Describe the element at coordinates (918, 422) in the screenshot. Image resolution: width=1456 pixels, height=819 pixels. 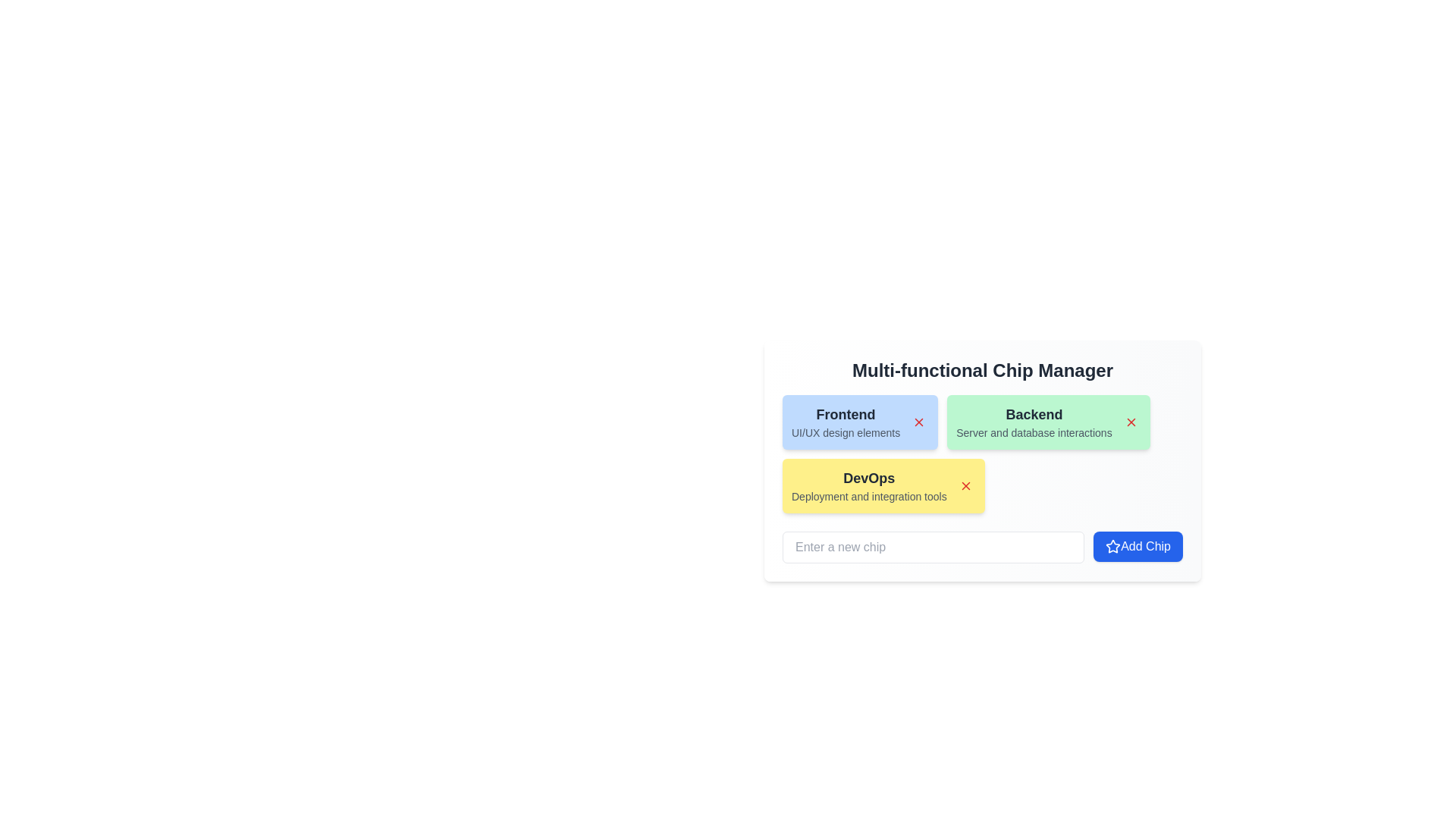
I see `the Close Icon, a small red 'X' located at the top-right corner of the blue 'Frontend' card` at that location.